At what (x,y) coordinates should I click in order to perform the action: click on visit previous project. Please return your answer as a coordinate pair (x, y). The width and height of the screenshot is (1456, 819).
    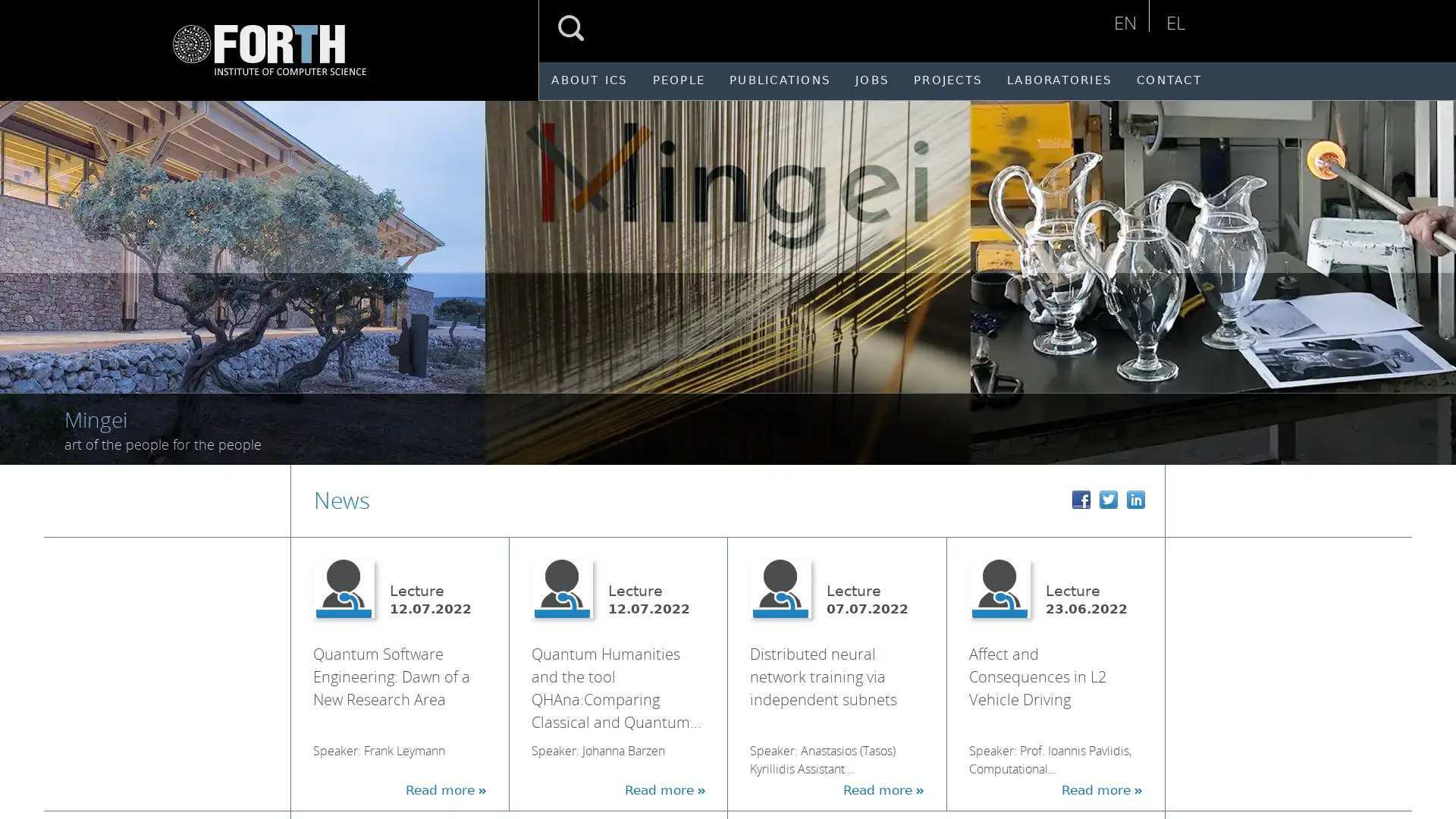
    Looking at the image, I should click on (29, 274).